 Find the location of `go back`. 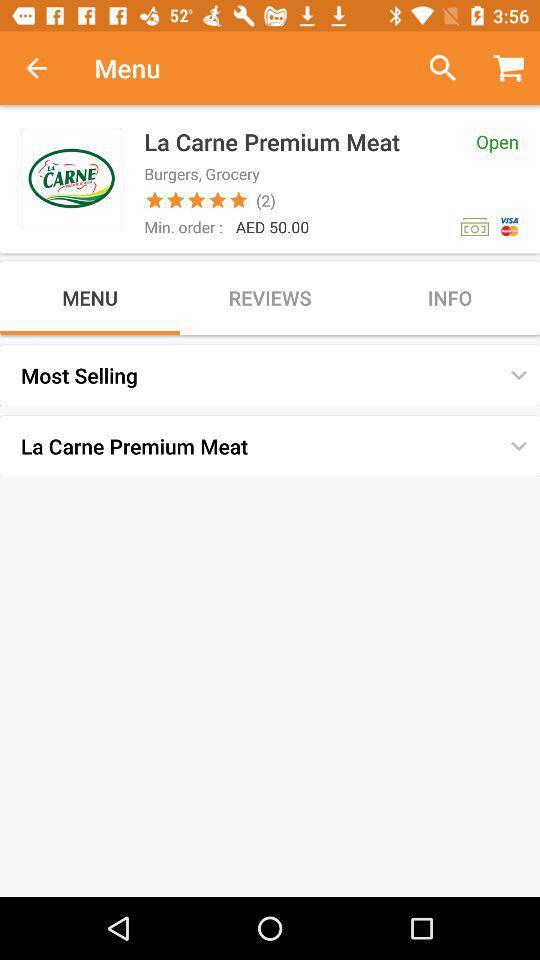

go back is located at coordinates (47, 68).